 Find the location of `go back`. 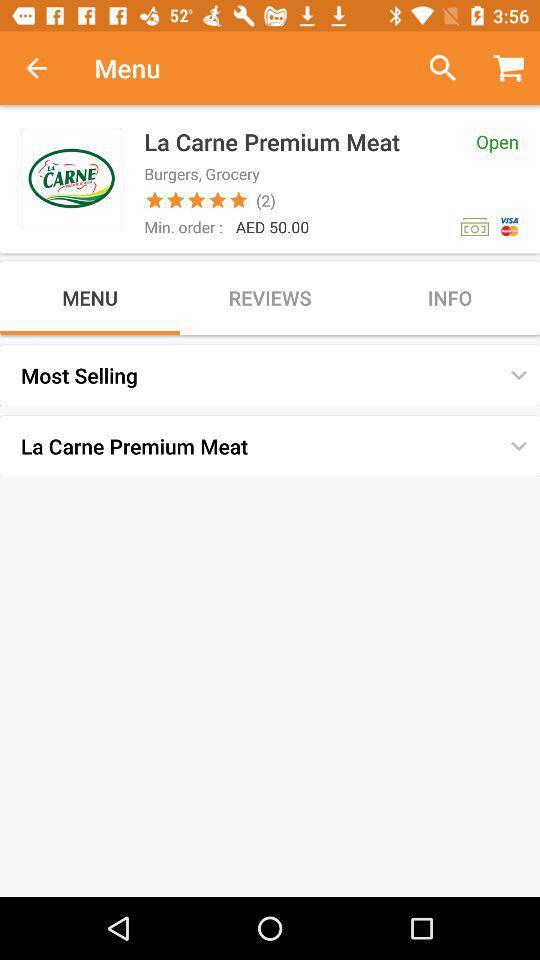

go back is located at coordinates (47, 68).